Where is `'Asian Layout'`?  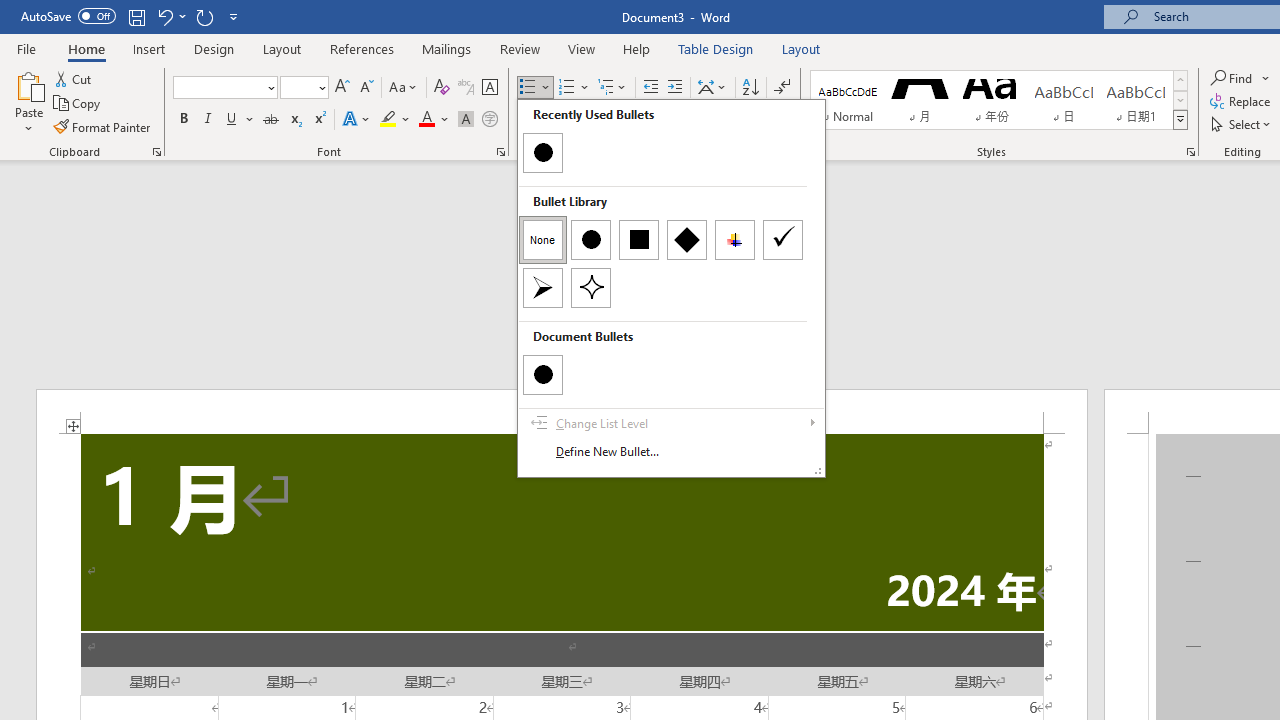 'Asian Layout' is located at coordinates (712, 86).